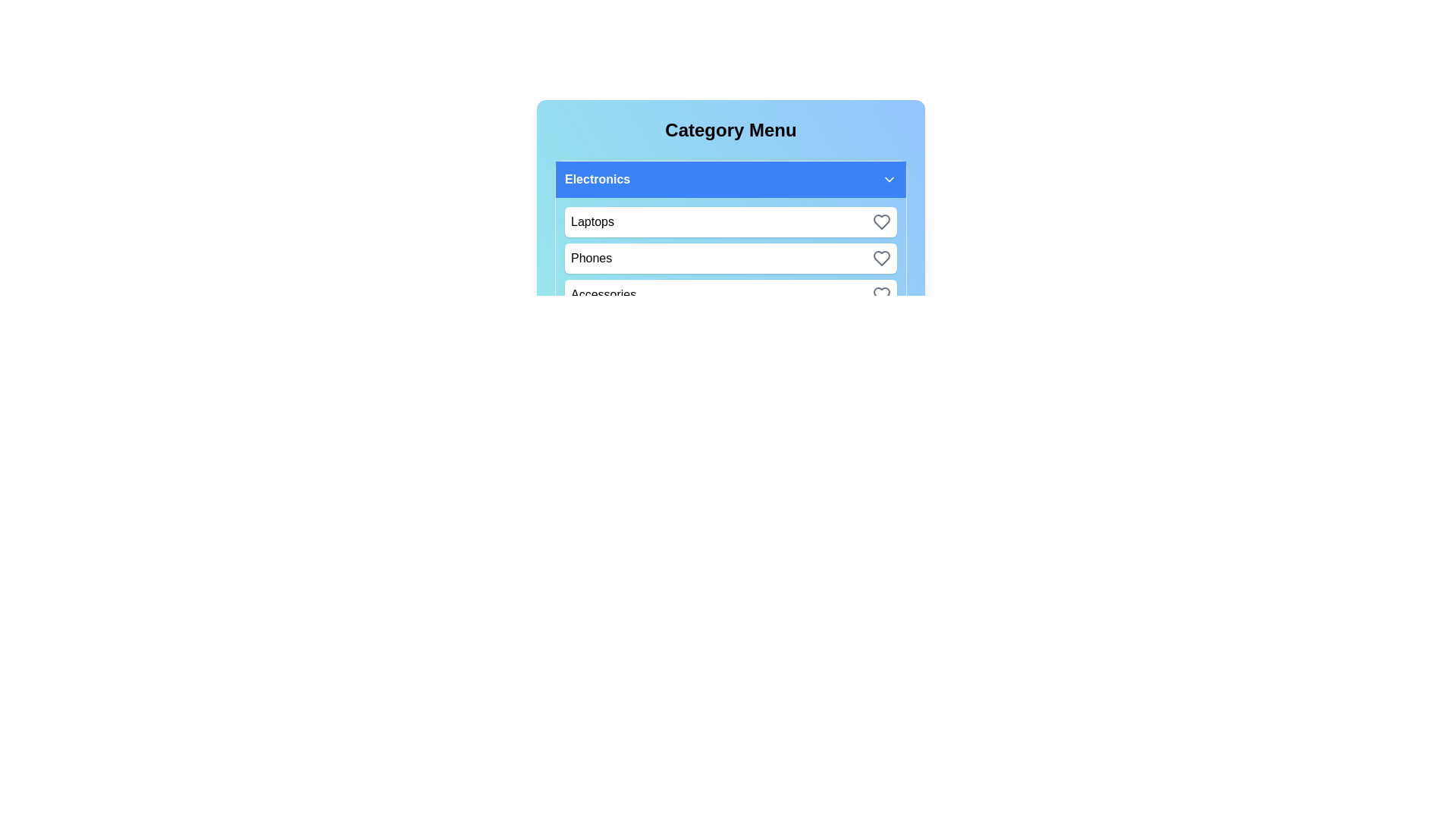 This screenshot has height=819, width=1456. What do you see at coordinates (881, 257) in the screenshot?
I see `the heart-shaped icon button in the right-hand column of the row labeled 'Phones' within the 'Category Menu' dropdown` at bounding box center [881, 257].